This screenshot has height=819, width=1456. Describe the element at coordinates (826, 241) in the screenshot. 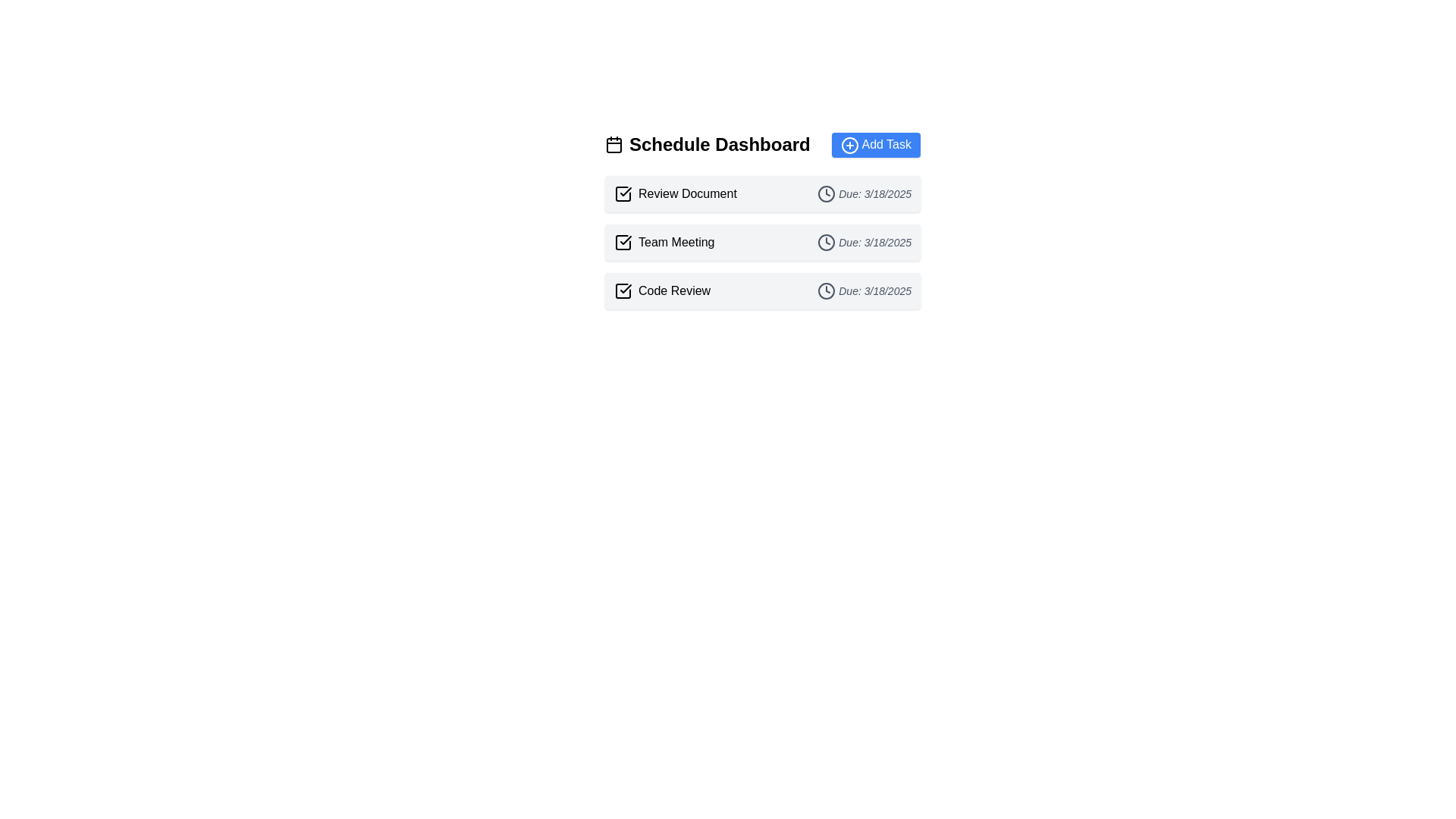

I see `the circular element representing the clock's face in the SVG clock icon, which has a dark border and a white fill, located to the right of the 'Team Meeting' task in the second row of the task list` at that location.